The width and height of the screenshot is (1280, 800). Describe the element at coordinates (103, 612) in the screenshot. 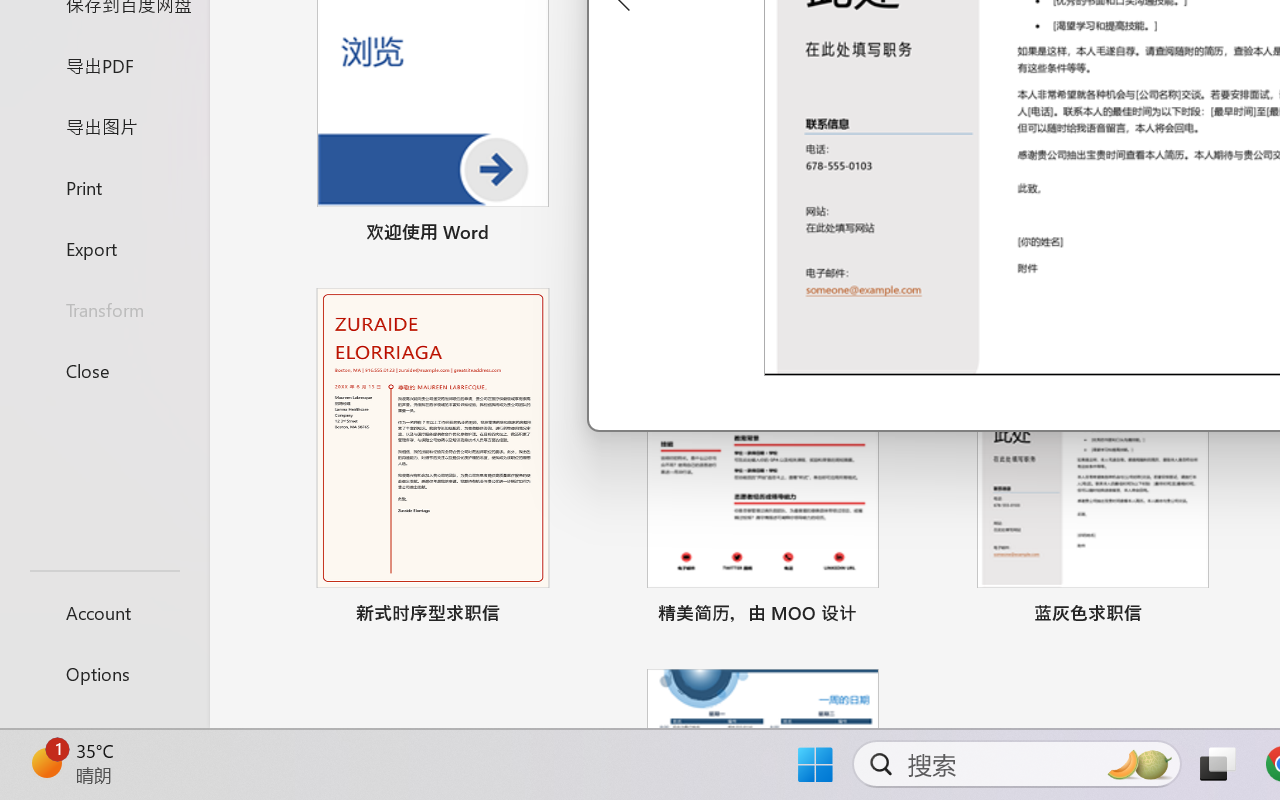

I see `'Account'` at that location.